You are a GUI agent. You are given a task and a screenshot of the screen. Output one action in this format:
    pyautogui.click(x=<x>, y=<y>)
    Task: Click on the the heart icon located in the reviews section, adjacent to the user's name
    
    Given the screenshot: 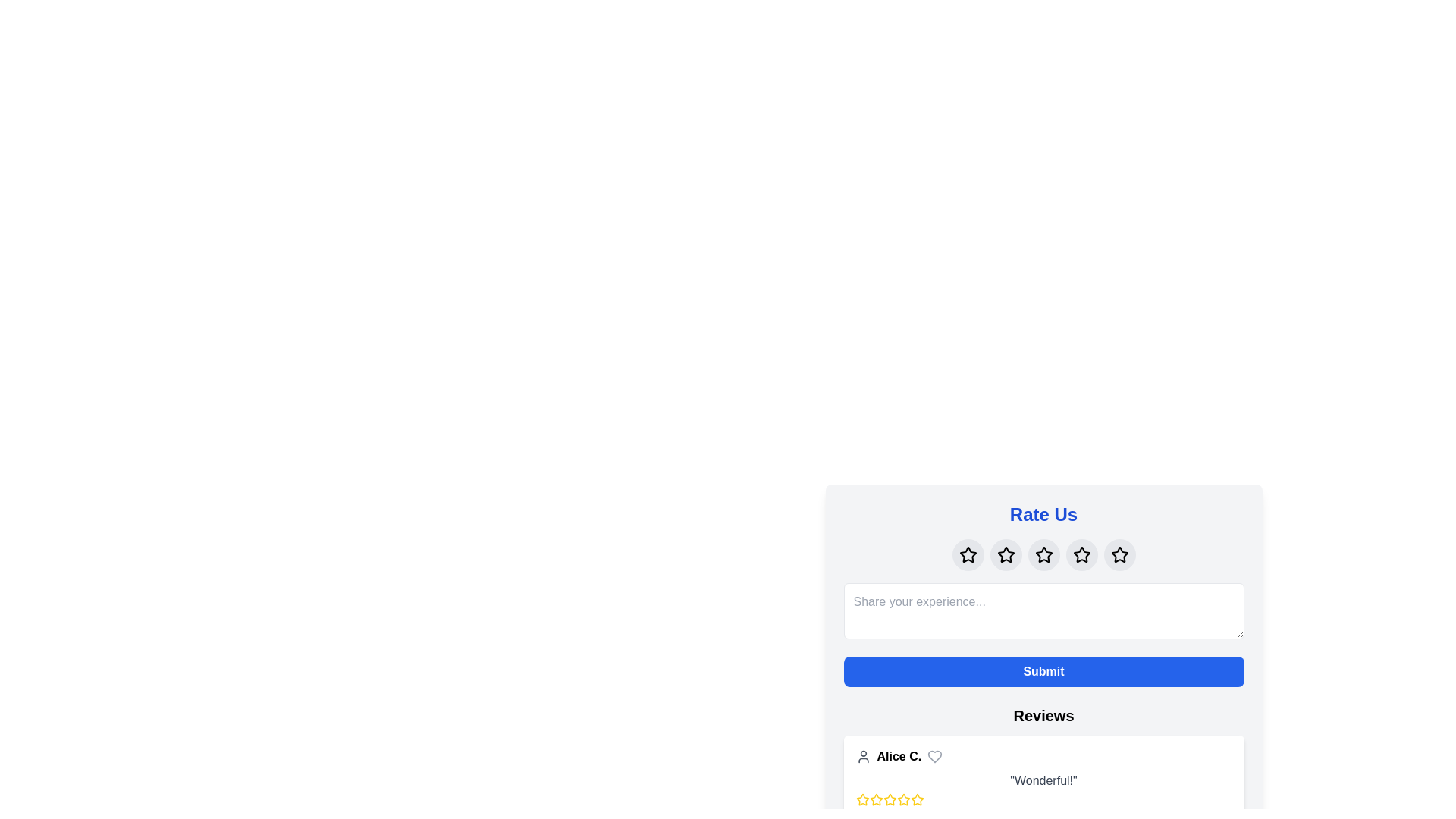 What is the action you would take?
    pyautogui.click(x=934, y=757)
    